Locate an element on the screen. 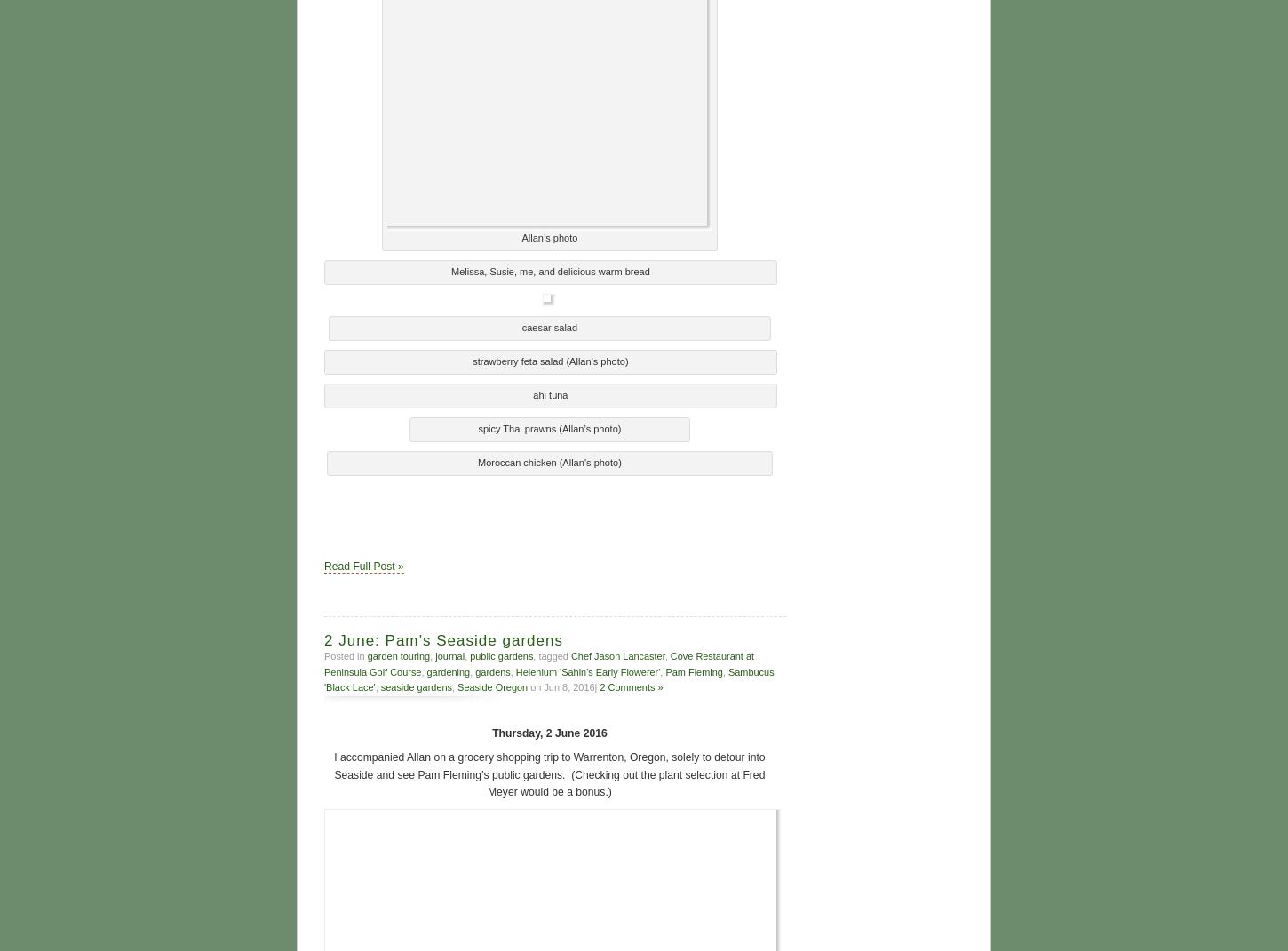  'Seaside Oregon' is located at coordinates (492, 684).